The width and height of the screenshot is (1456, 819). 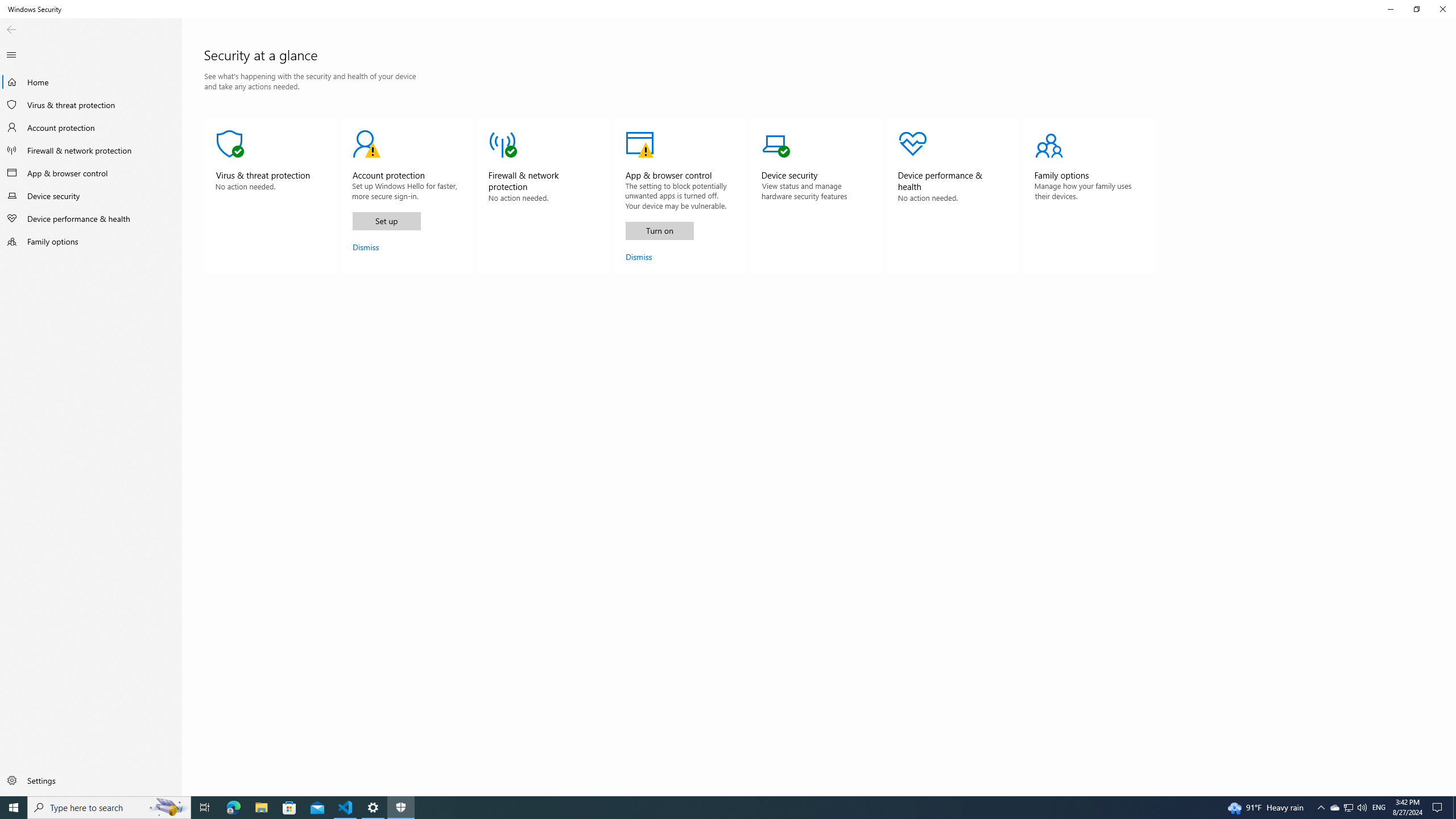 I want to click on 'Firewall & network protectionNo action needed.', so click(x=543, y=196).